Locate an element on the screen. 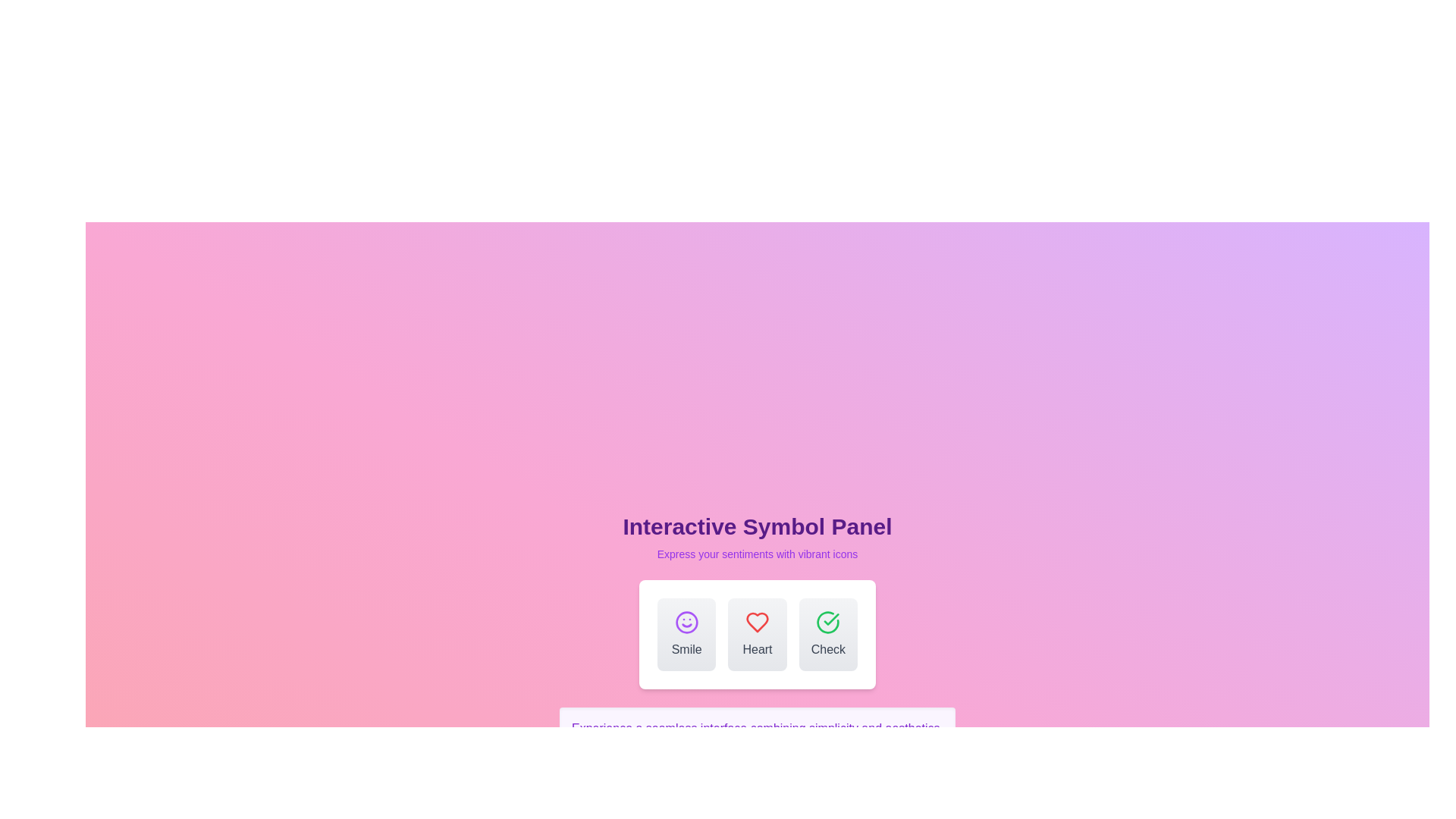 The image size is (1456, 819). the heart icon, which represents a 'like' or 'love' sentiment, located in the second position of a horizontal row of three icons below the 'Interactive Symbol Panel' header is located at coordinates (757, 623).